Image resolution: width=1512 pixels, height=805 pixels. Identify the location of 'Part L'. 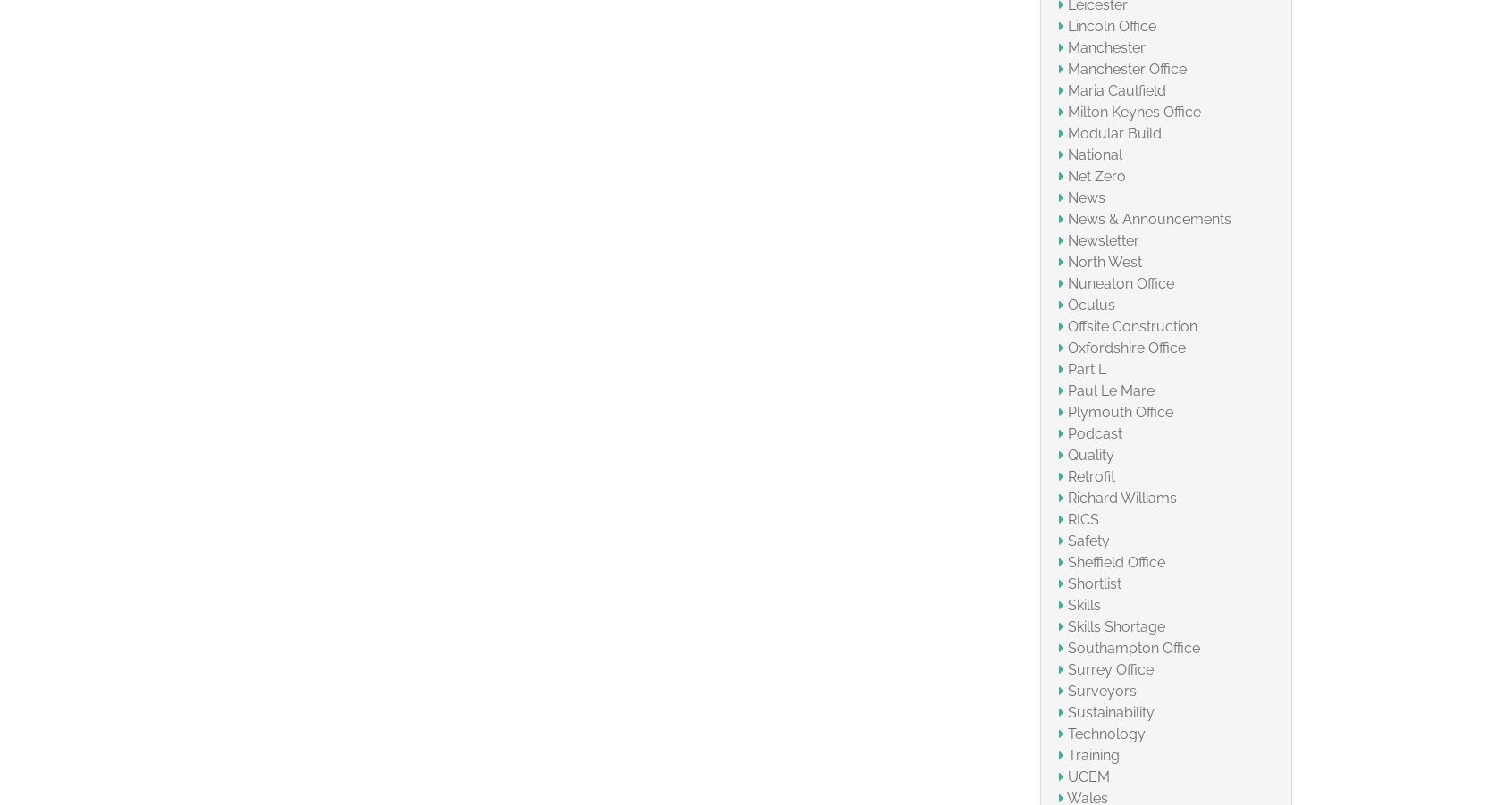
(1086, 367).